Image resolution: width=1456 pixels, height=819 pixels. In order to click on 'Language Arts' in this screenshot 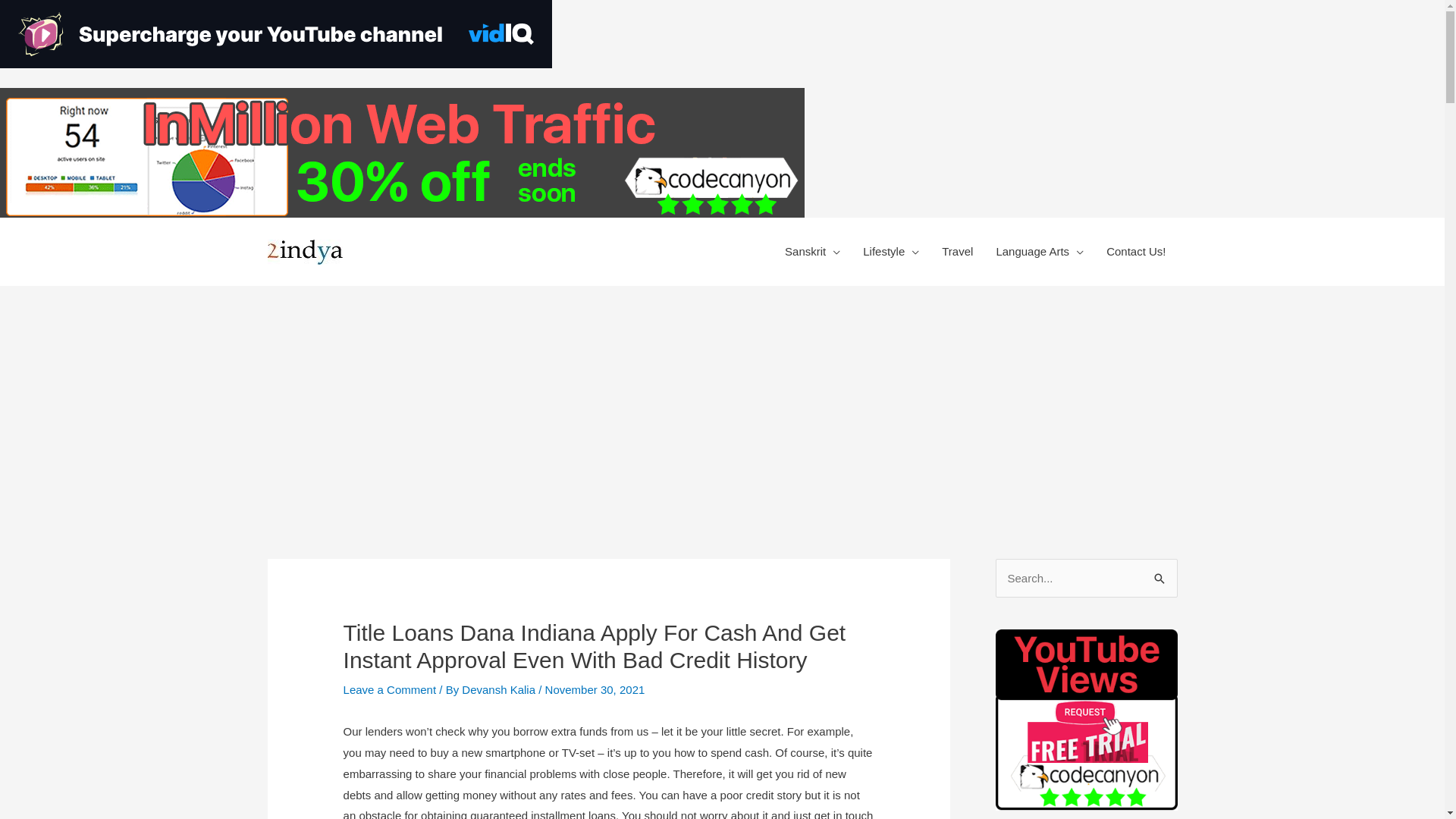, I will do `click(1039, 250)`.